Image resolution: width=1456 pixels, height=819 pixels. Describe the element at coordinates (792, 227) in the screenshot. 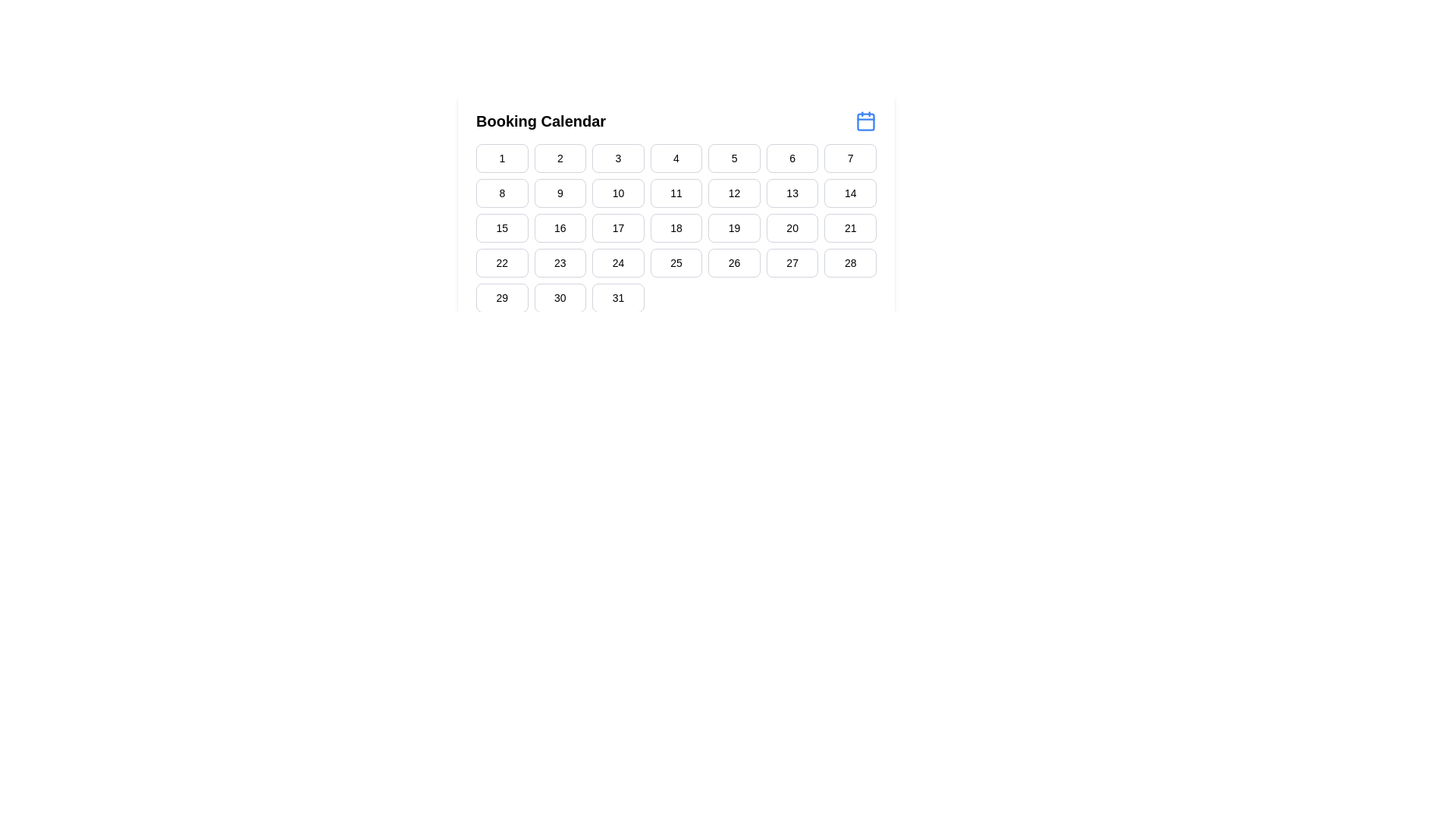

I see `the rectangular button with rounded edges that displays '20', located in the third row and sixth column of a 7-column grid layout` at that location.